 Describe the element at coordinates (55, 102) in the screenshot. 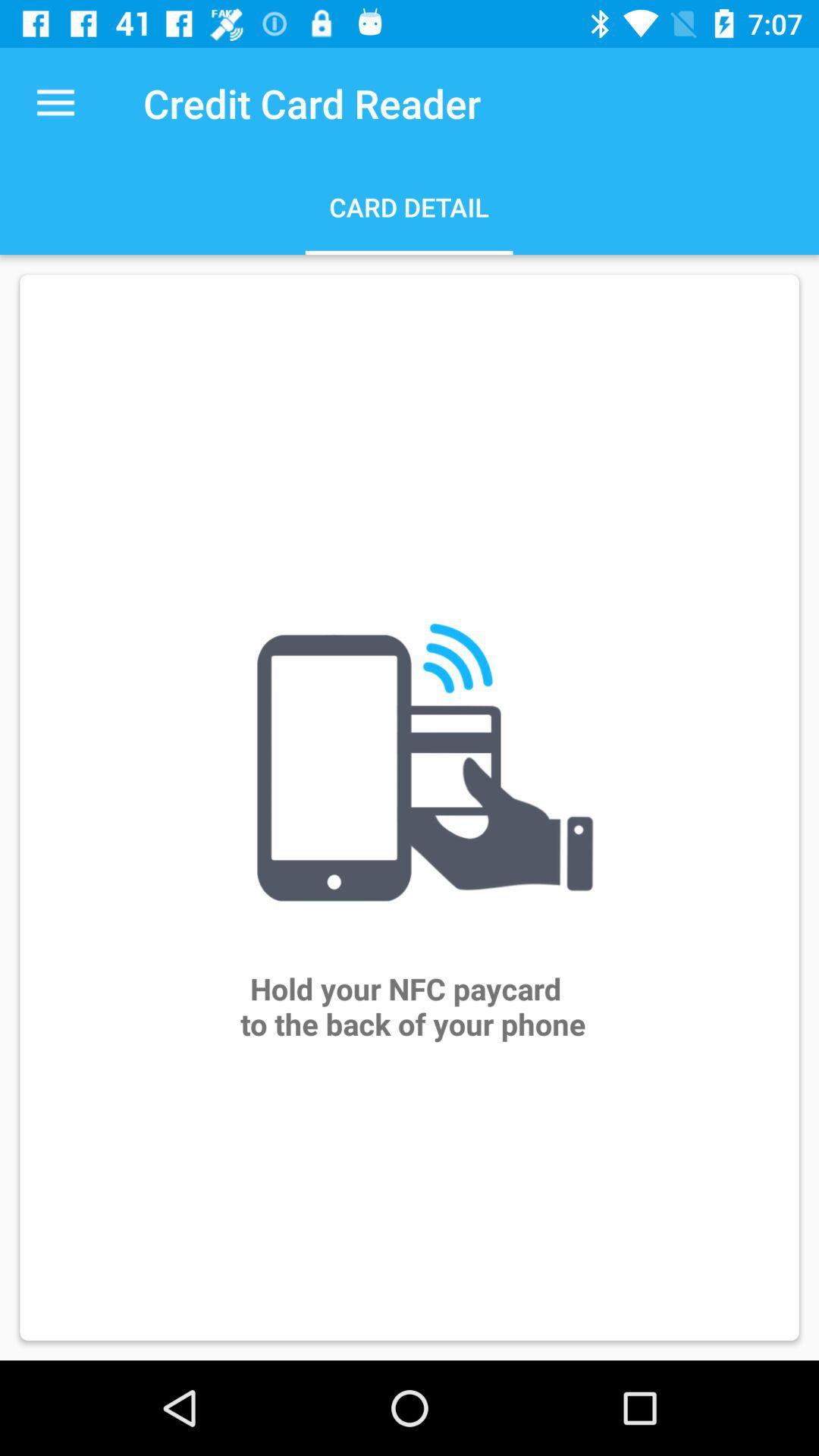

I see `the item next to the credit card reader item` at that location.